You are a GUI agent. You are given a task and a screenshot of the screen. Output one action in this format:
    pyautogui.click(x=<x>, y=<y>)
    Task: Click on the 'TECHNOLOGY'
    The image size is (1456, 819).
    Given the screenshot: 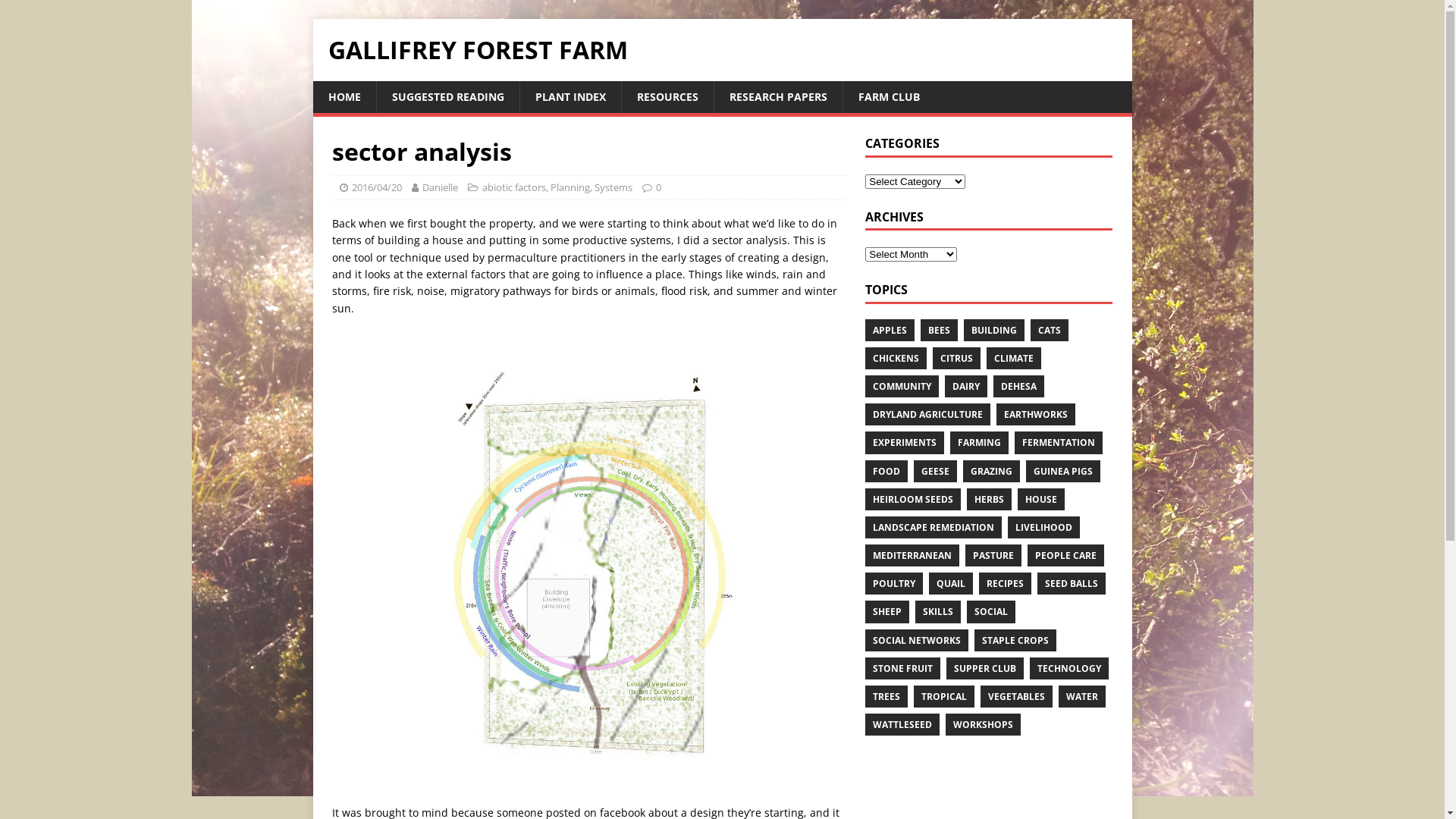 What is the action you would take?
    pyautogui.click(x=1030, y=667)
    